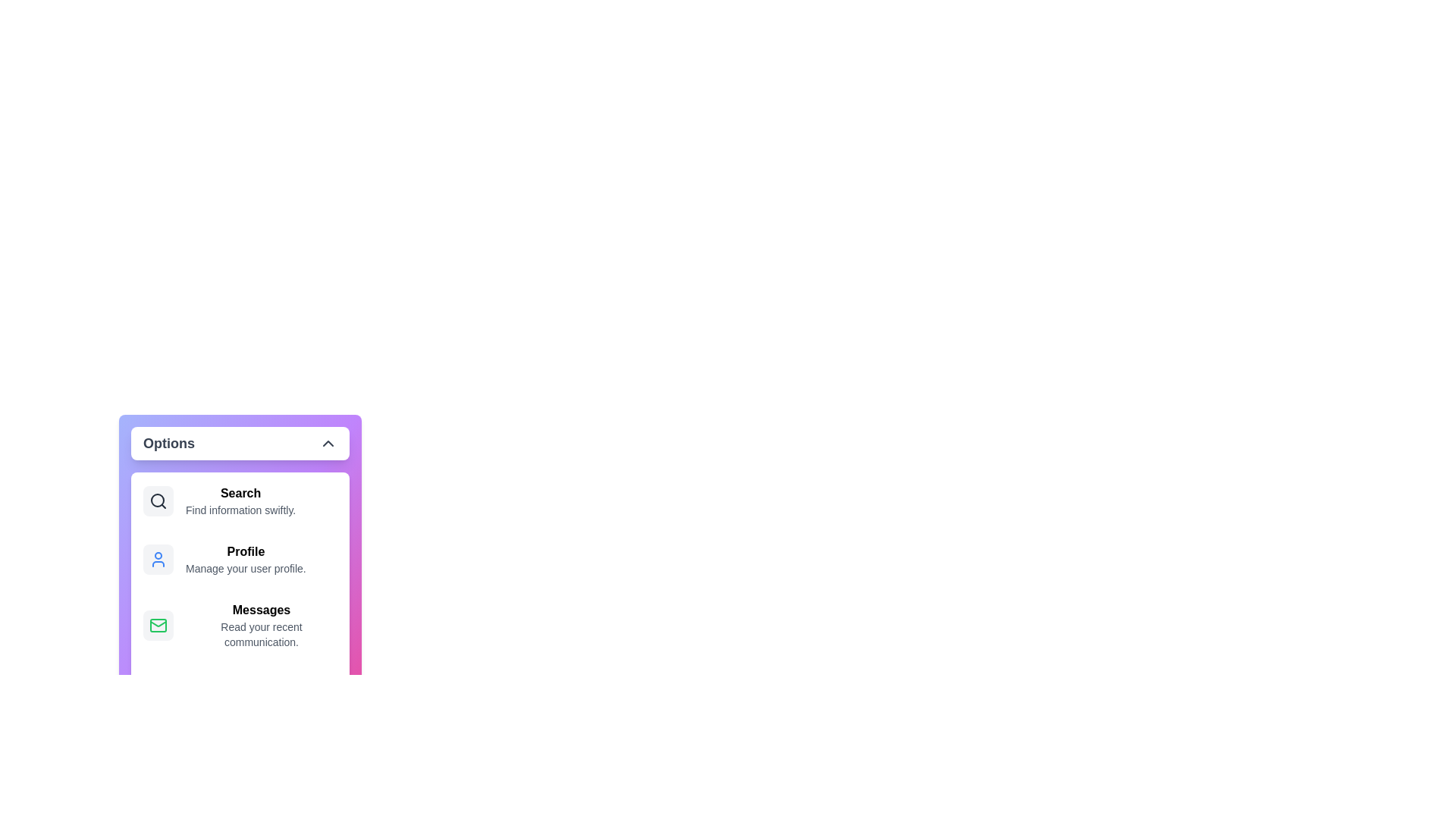 The width and height of the screenshot is (1456, 819). I want to click on the menu item Search to select it, so click(239, 500).